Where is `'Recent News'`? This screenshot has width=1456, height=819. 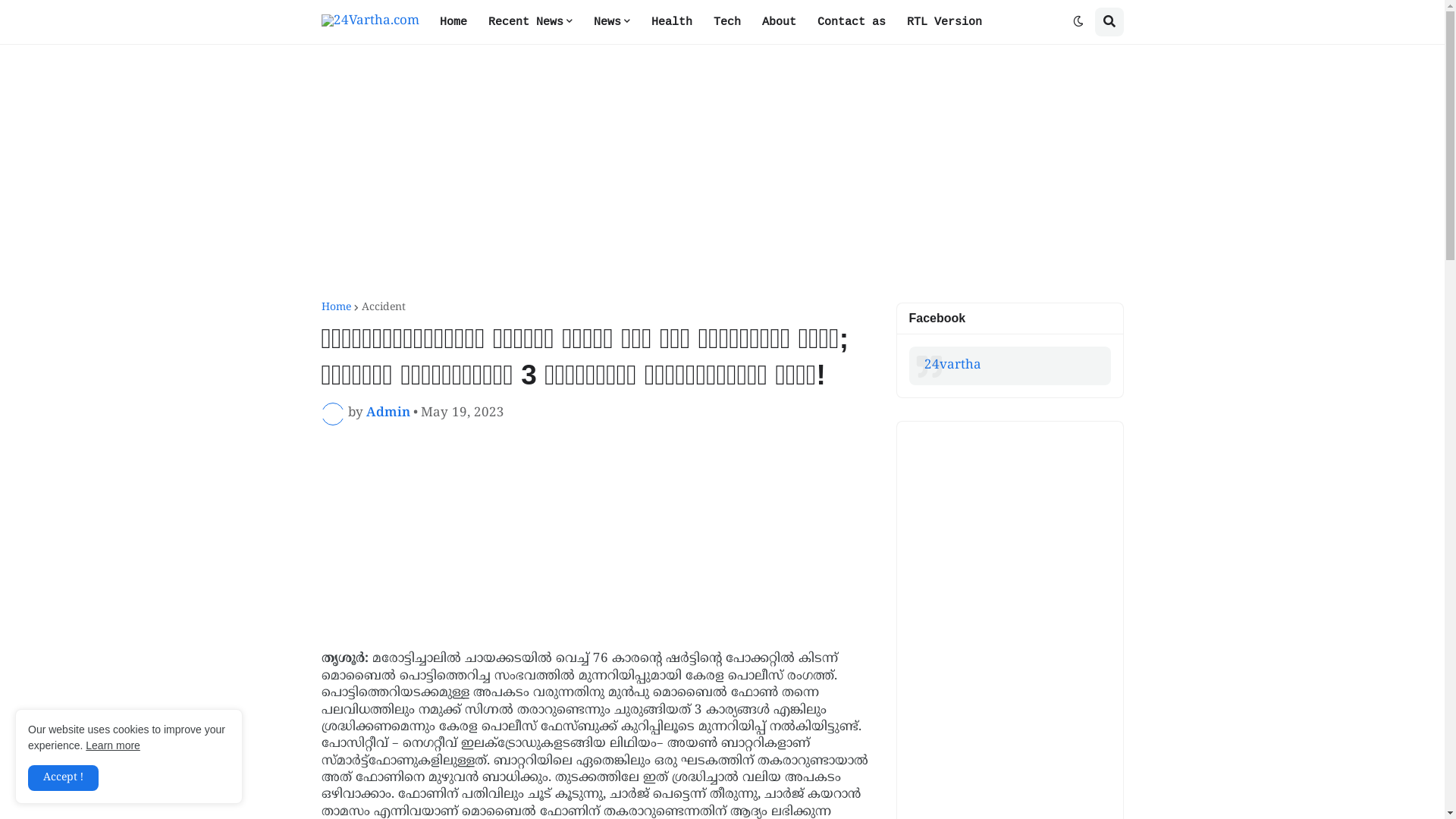
'Recent News' is located at coordinates (530, 22).